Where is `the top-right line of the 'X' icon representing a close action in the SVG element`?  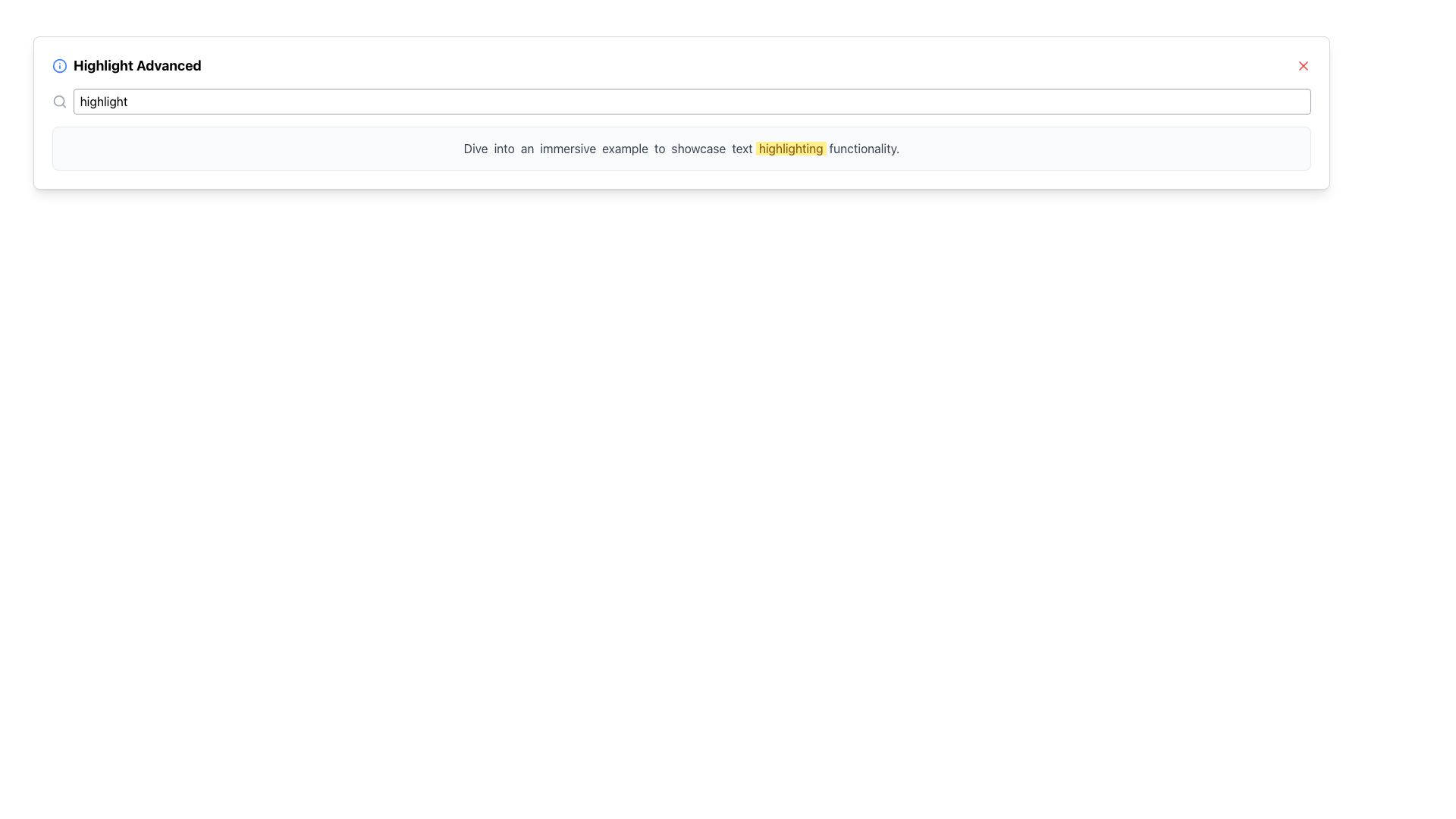 the top-right line of the 'X' icon representing a close action in the SVG element is located at coordinates (1302, 65).